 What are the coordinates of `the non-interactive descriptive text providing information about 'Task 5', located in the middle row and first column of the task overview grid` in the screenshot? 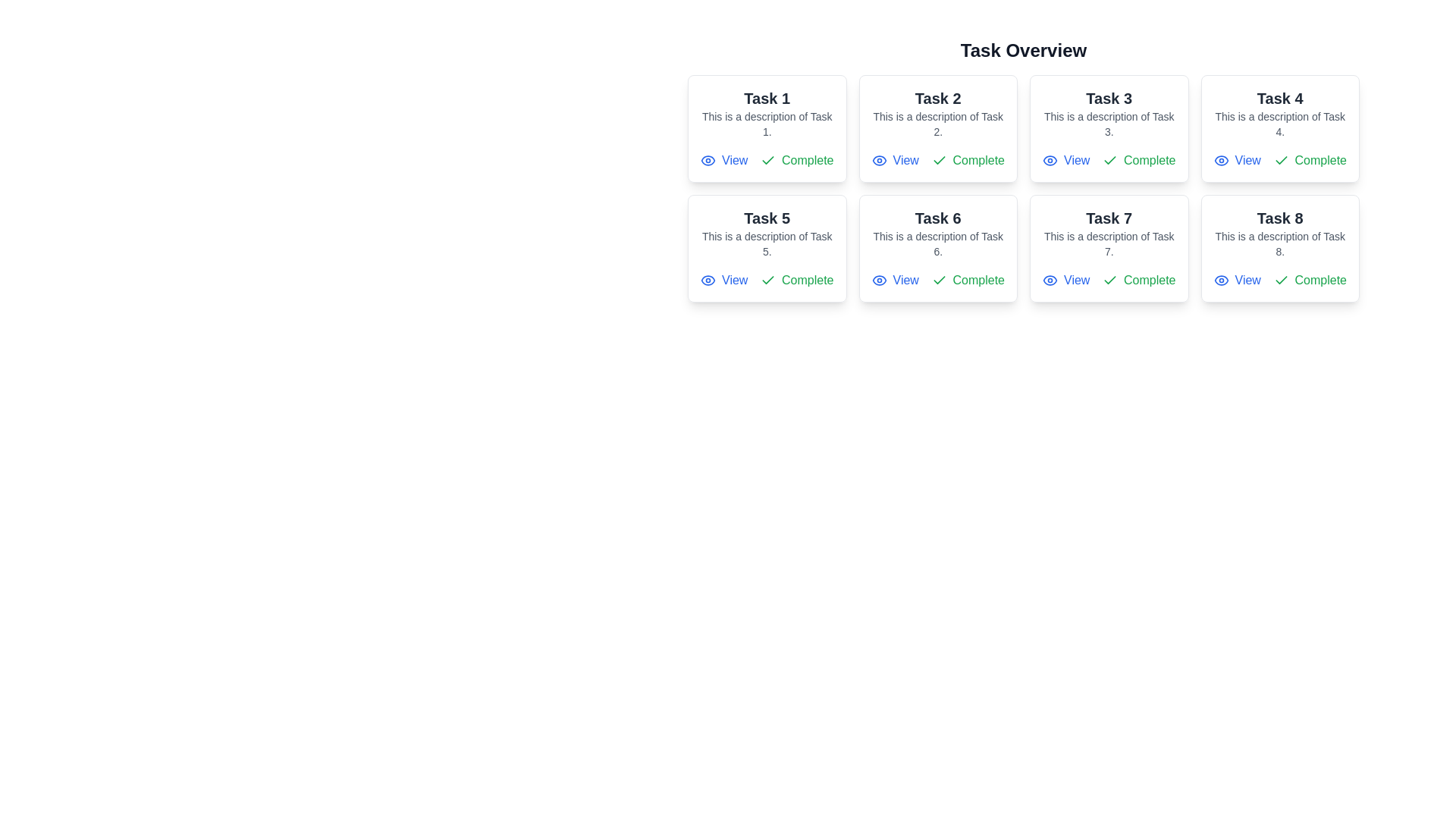 It's located at (767, 243).